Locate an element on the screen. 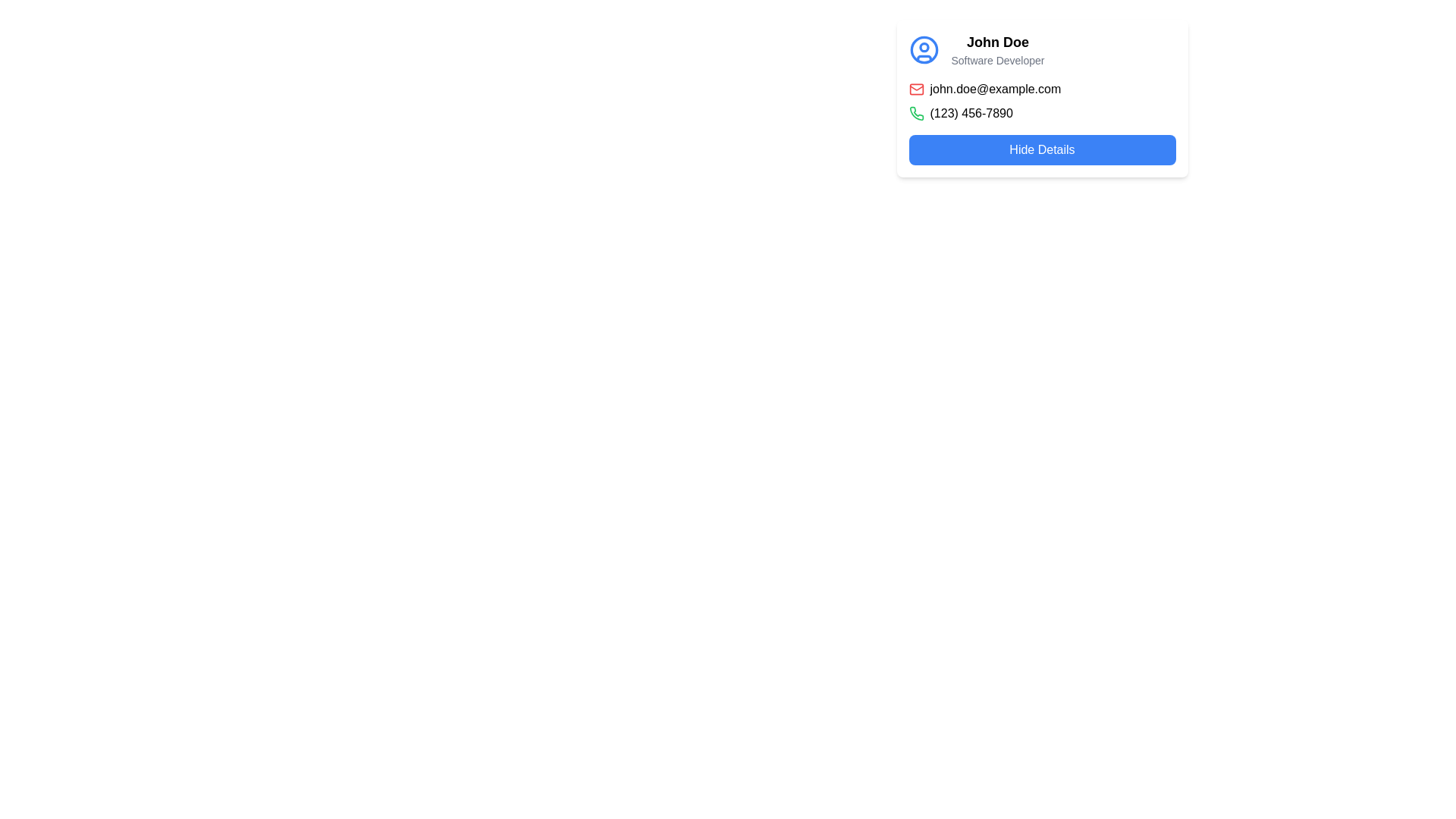  the contact phone number icon located on the left side of the horizontally aligned group, which is adjacent to the text '(123) 456-7890' is located at coordinates (915, 113).